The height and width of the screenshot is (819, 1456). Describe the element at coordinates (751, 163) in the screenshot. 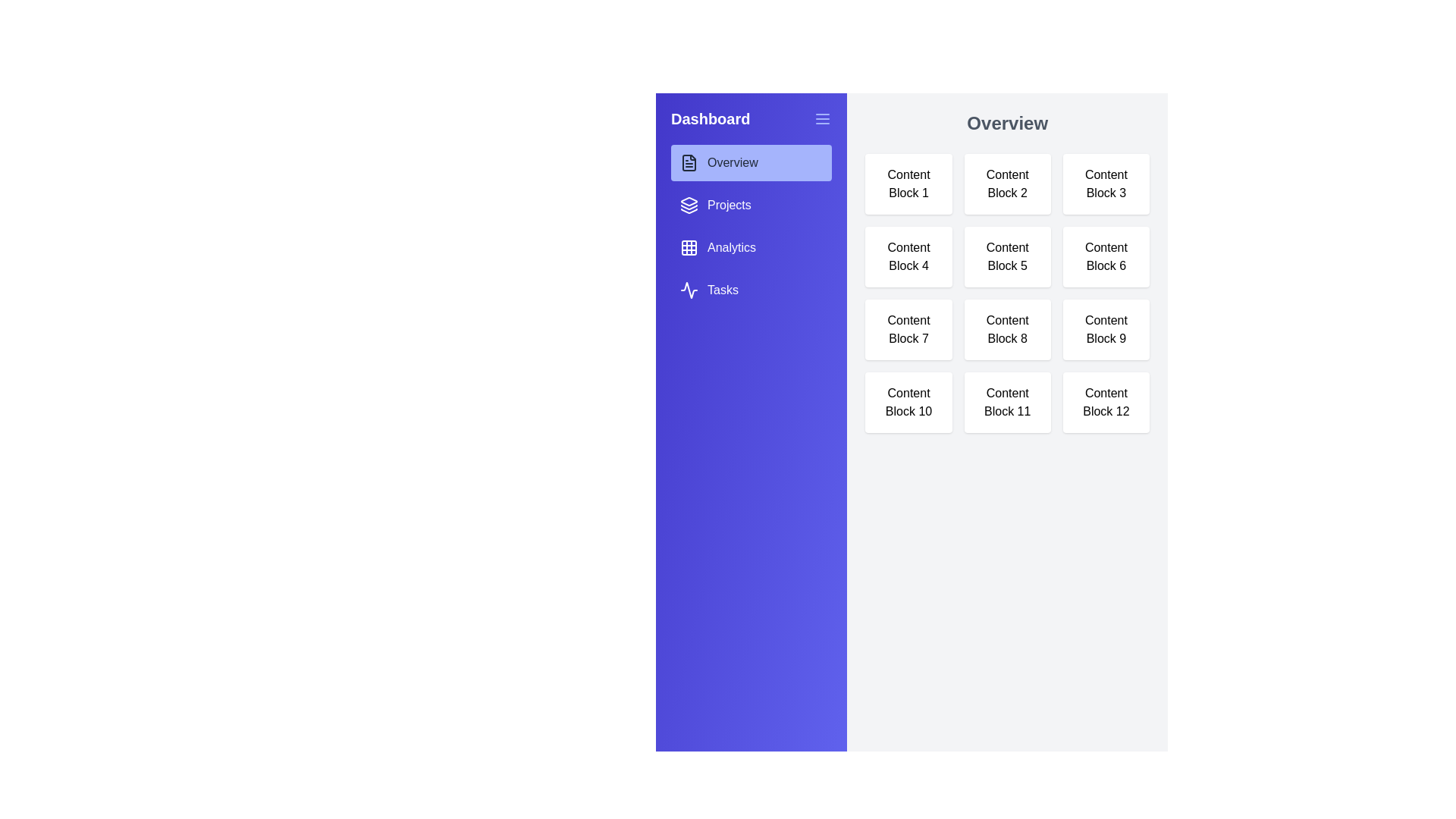

I see `the tab Overview from the sidebar menu` at that location.